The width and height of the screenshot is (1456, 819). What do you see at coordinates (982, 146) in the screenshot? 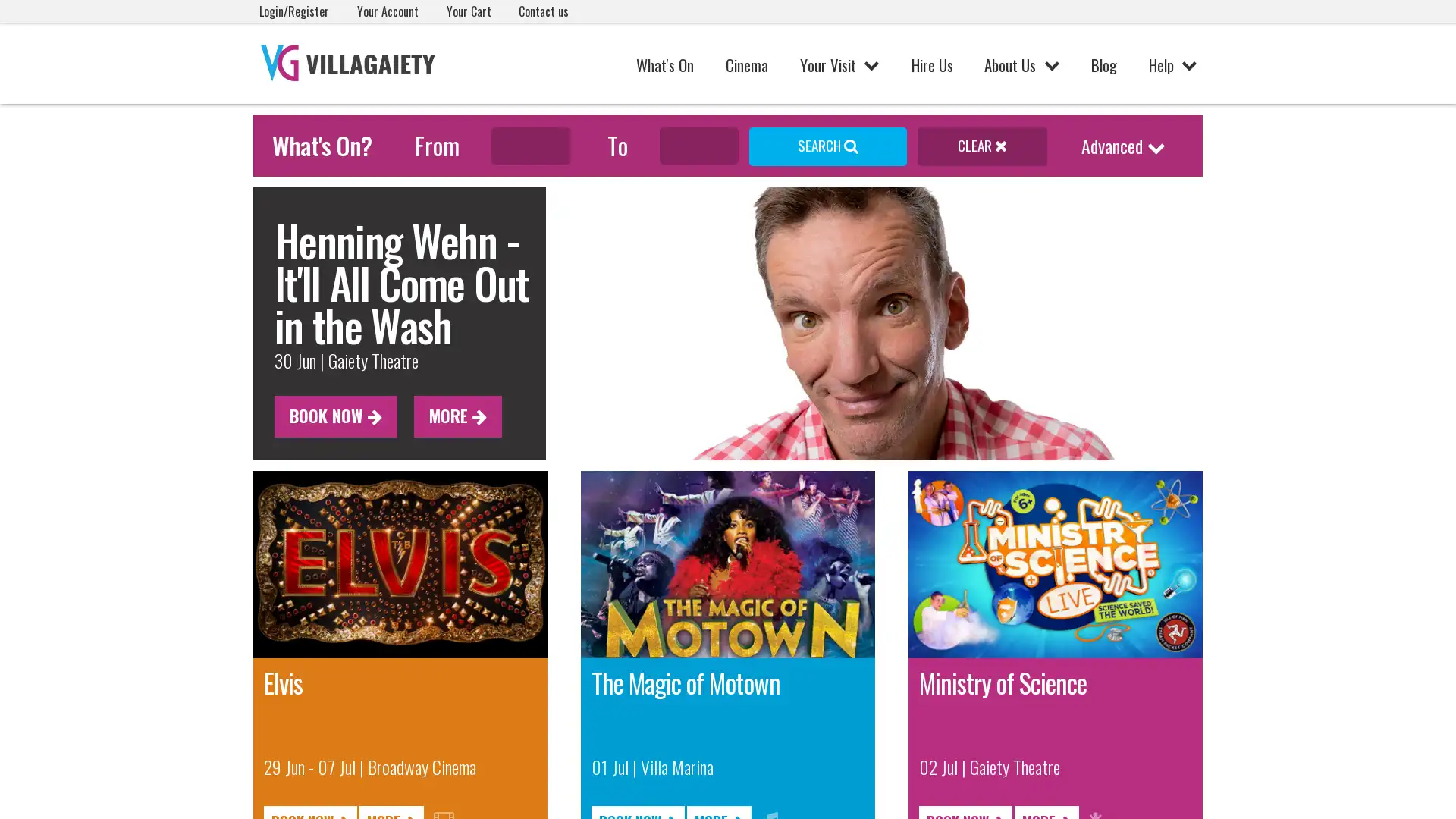
I see `CLEAR` at bounding box center [982, 146].